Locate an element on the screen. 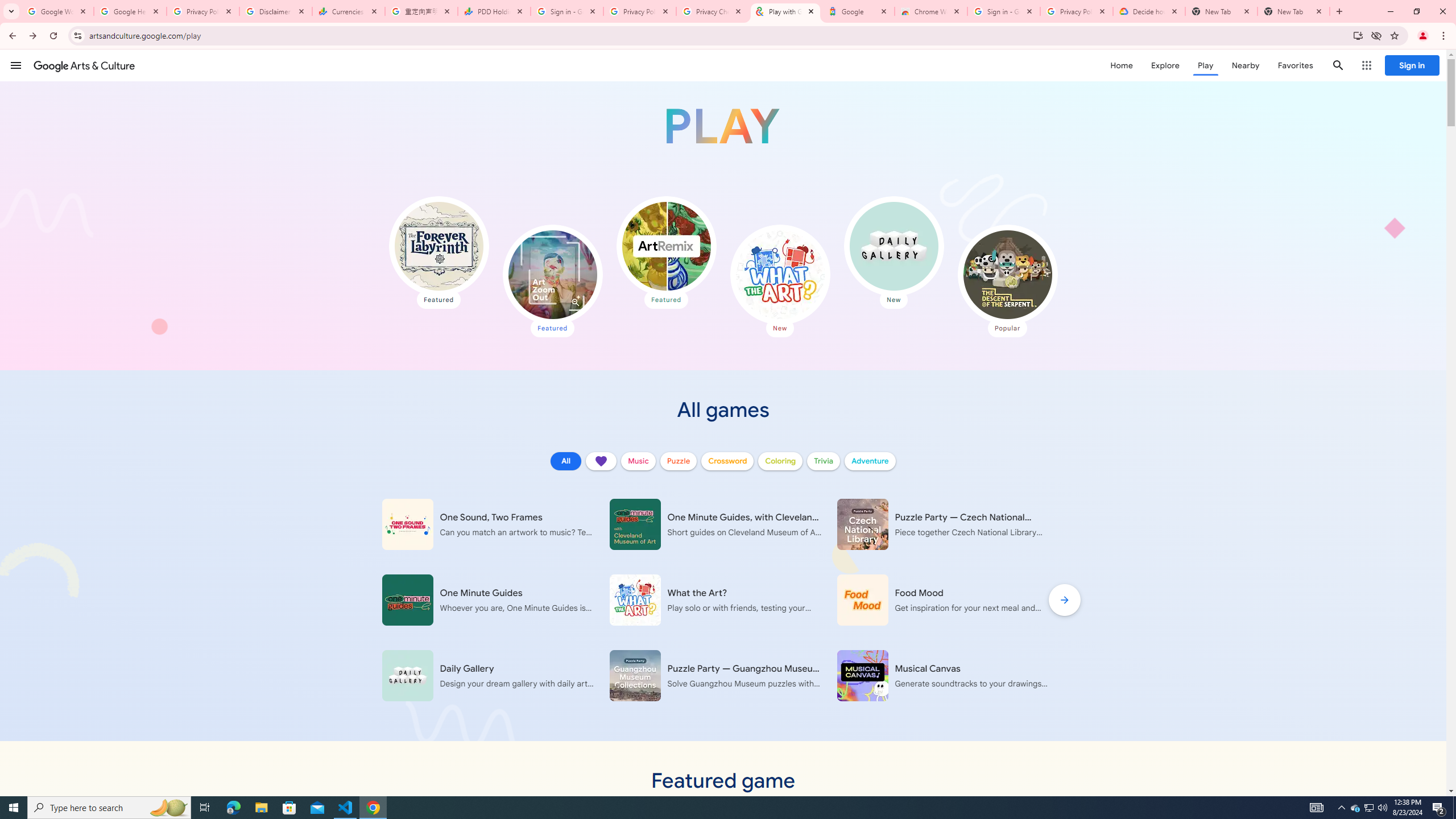 This screenshot has width=1456, height=819. 'Favorites' is located at coordinates (1294, 65).